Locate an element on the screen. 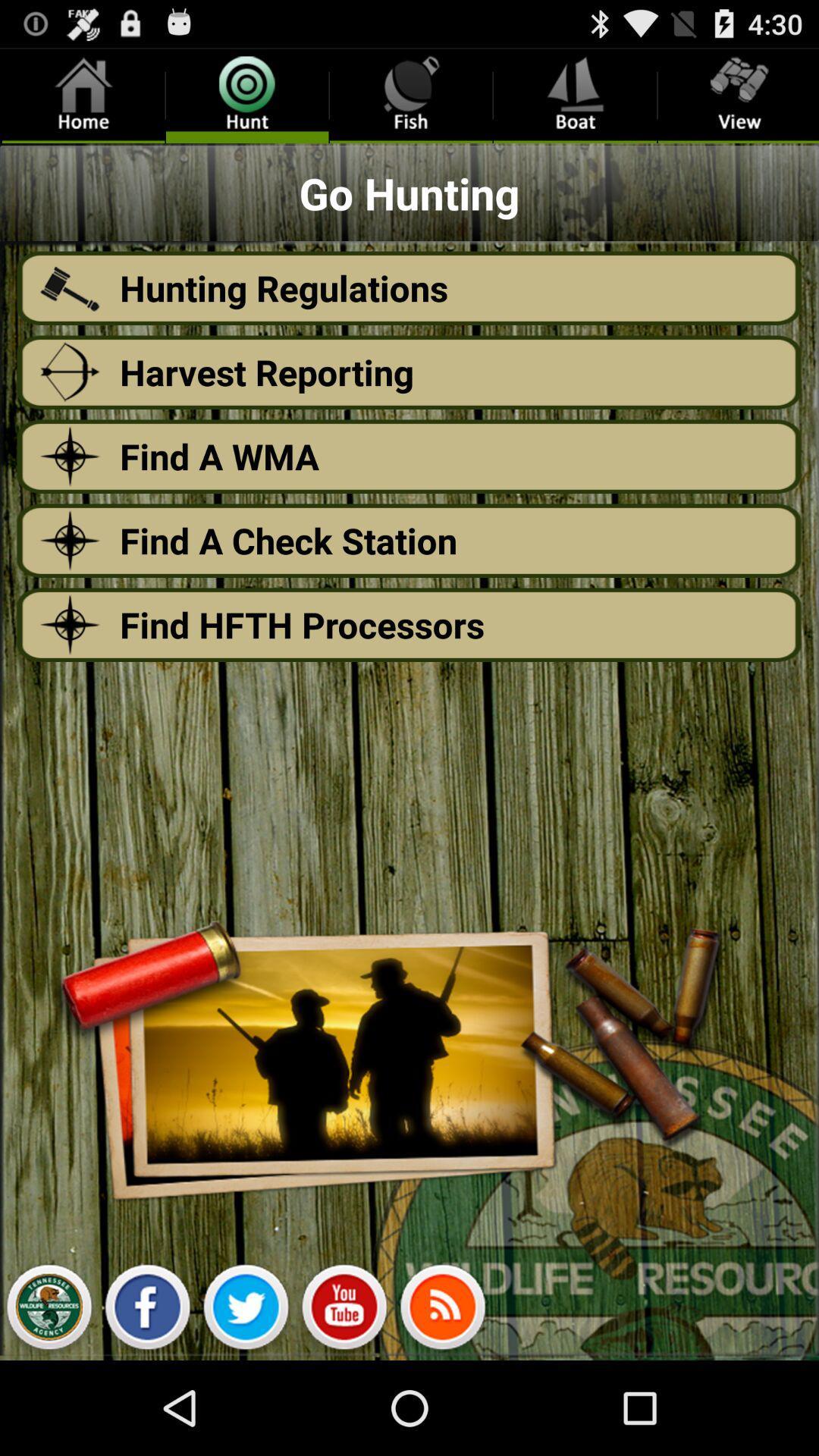 This screenshot has width=819, height=1456. click youtube icon is located at coordinates (344, 1310).